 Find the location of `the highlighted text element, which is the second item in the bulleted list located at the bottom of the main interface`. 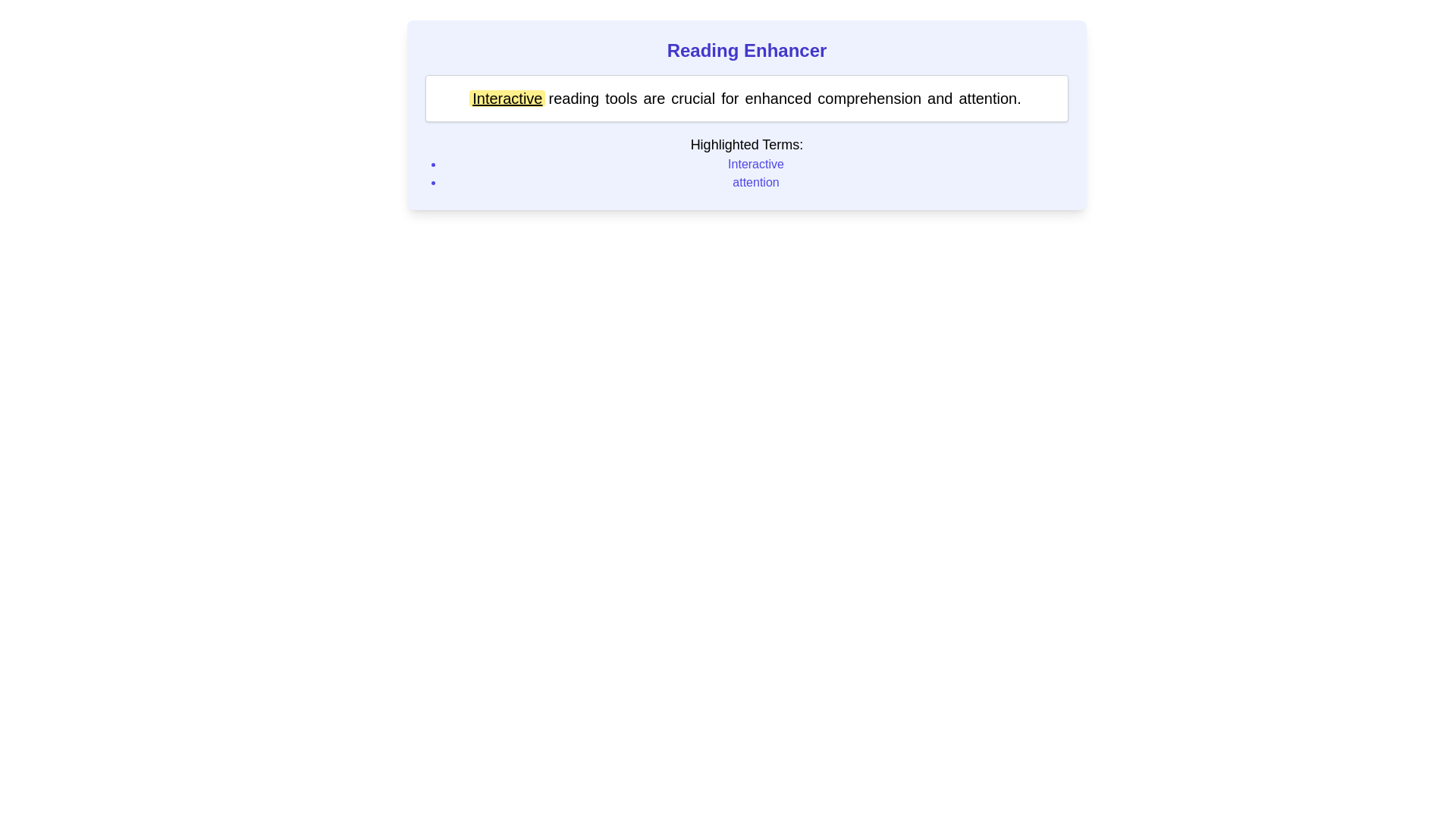

the highlighted text element, which is the second item in the bulleted list located at the bottom of the main interface is located at coordinates (756, 181).